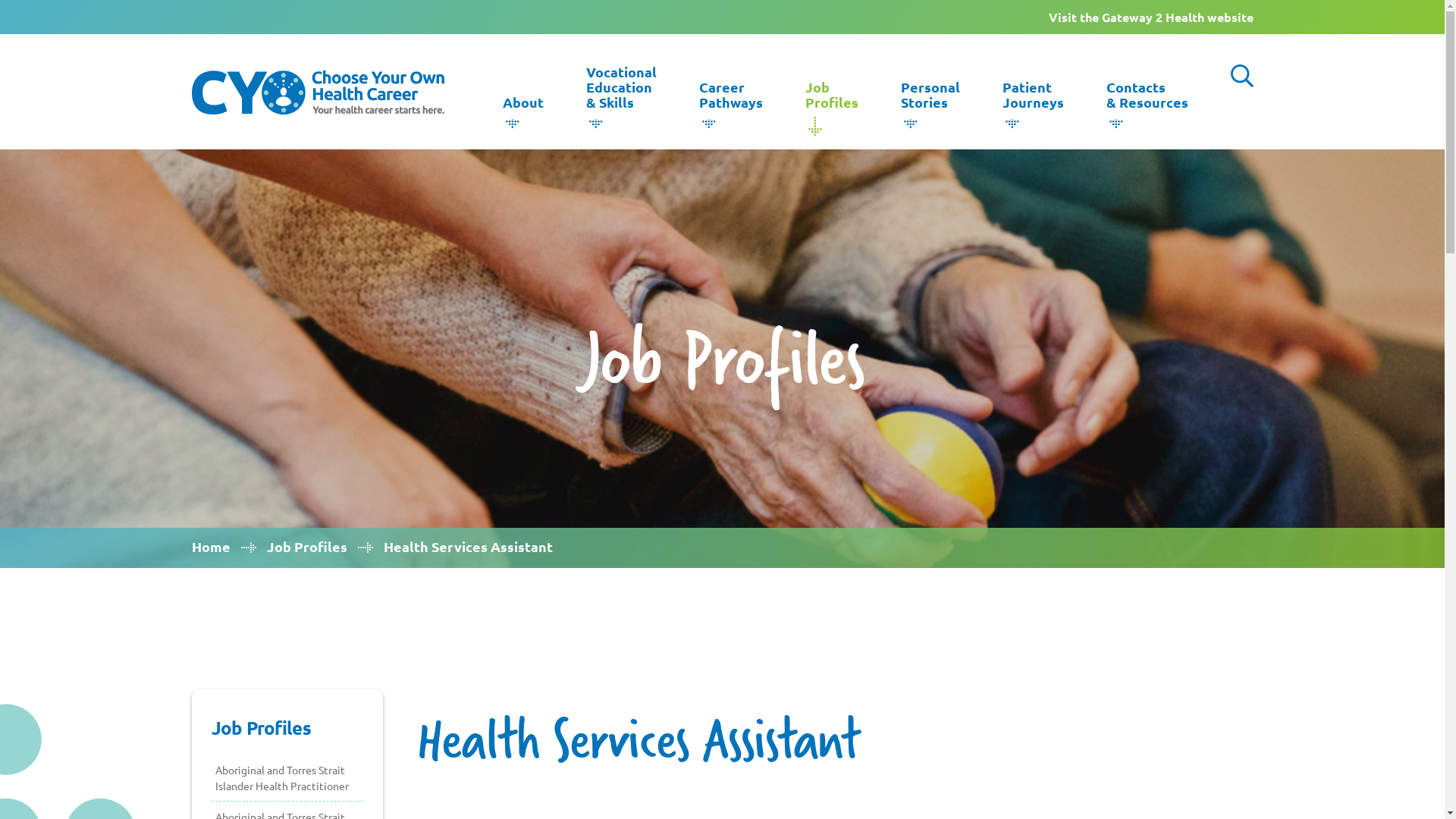 The image size is (1456, 819). I want to click on 'Visit the Gateway 2 Health website', so click(1150, 17).